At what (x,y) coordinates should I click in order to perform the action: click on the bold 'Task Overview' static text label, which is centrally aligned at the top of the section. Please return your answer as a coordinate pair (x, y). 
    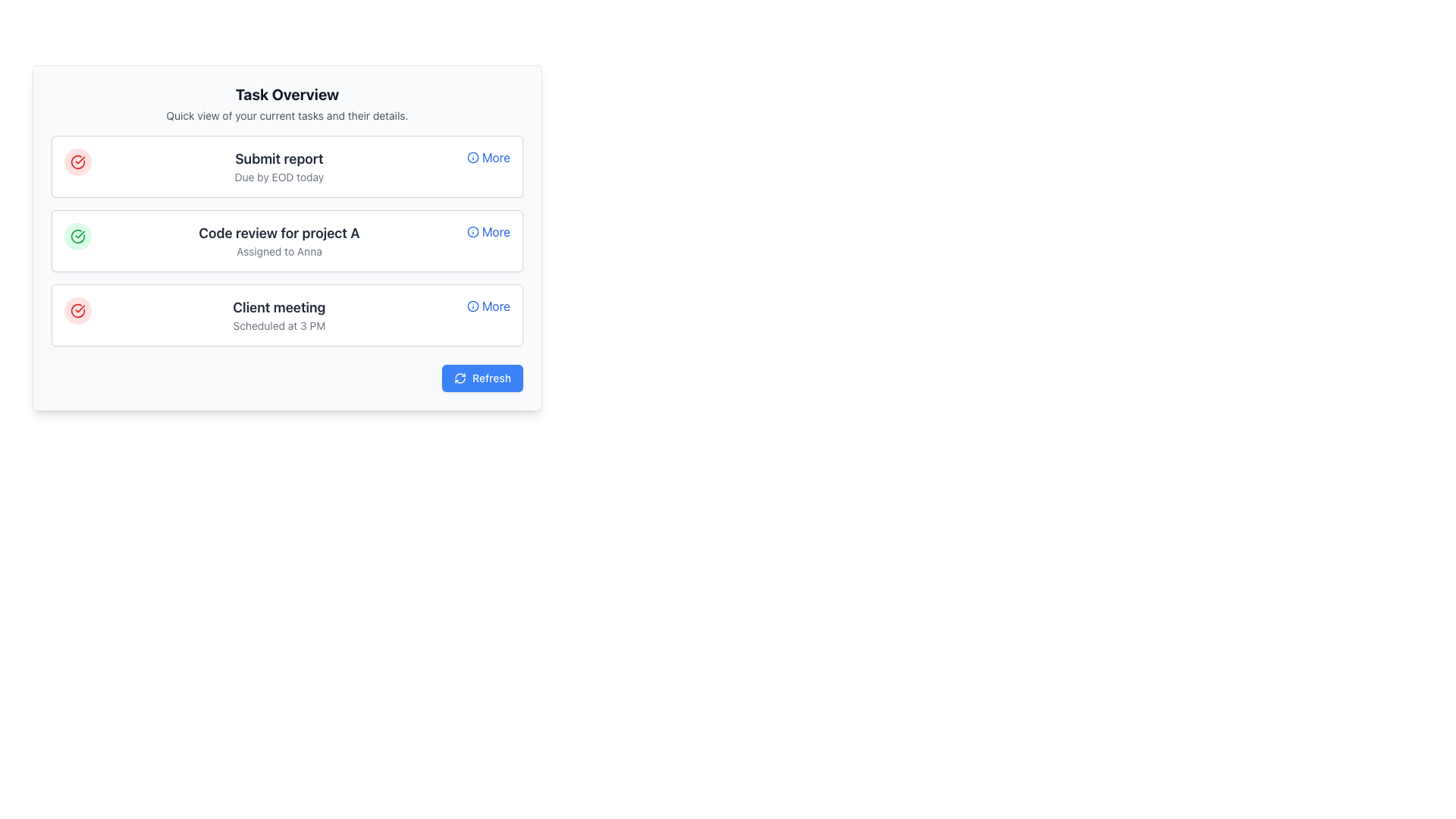
    Looking at the image, I should click on (287, 94).